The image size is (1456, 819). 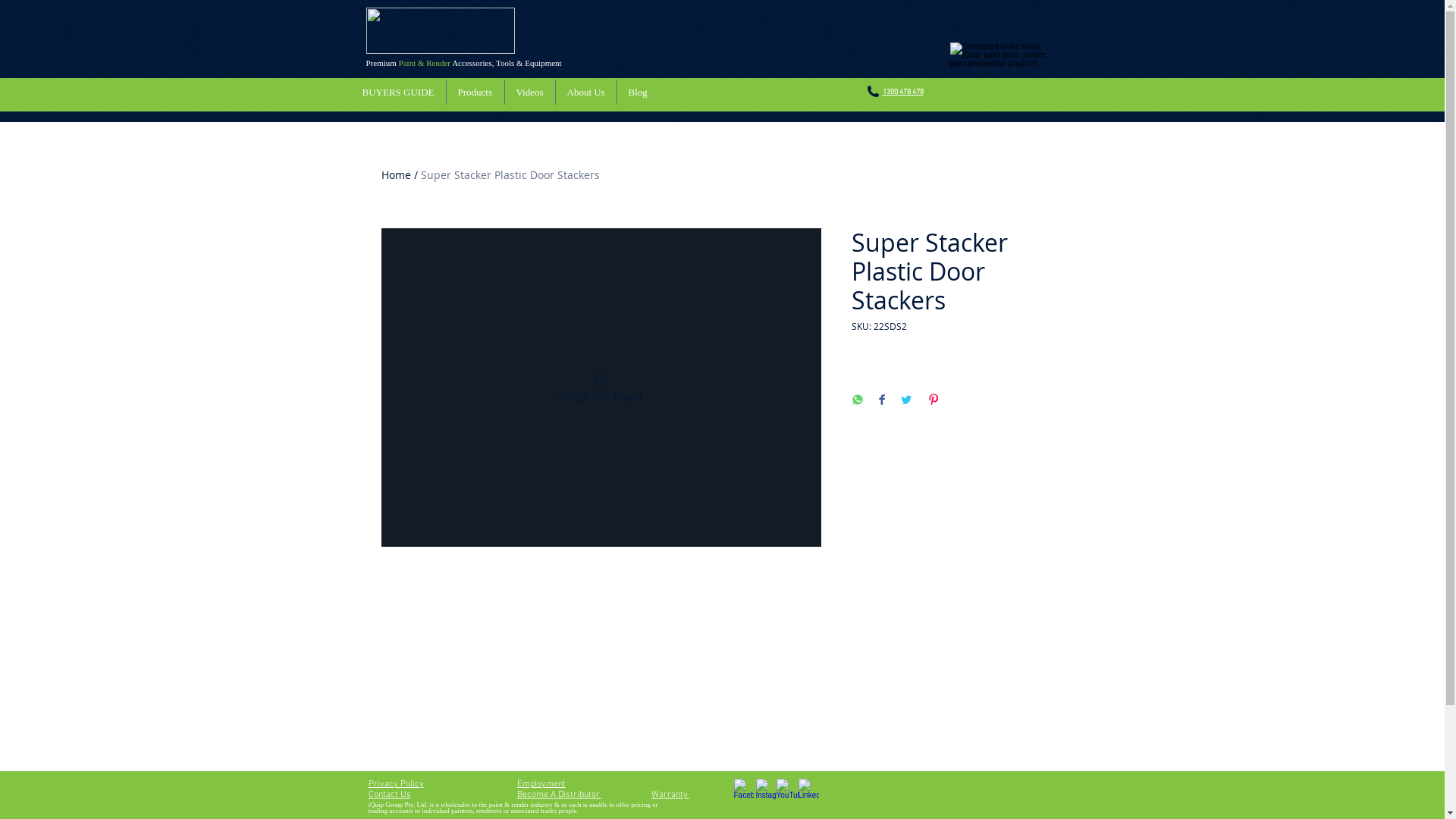 I want to click on 'Home', so click(x=395, y=174).